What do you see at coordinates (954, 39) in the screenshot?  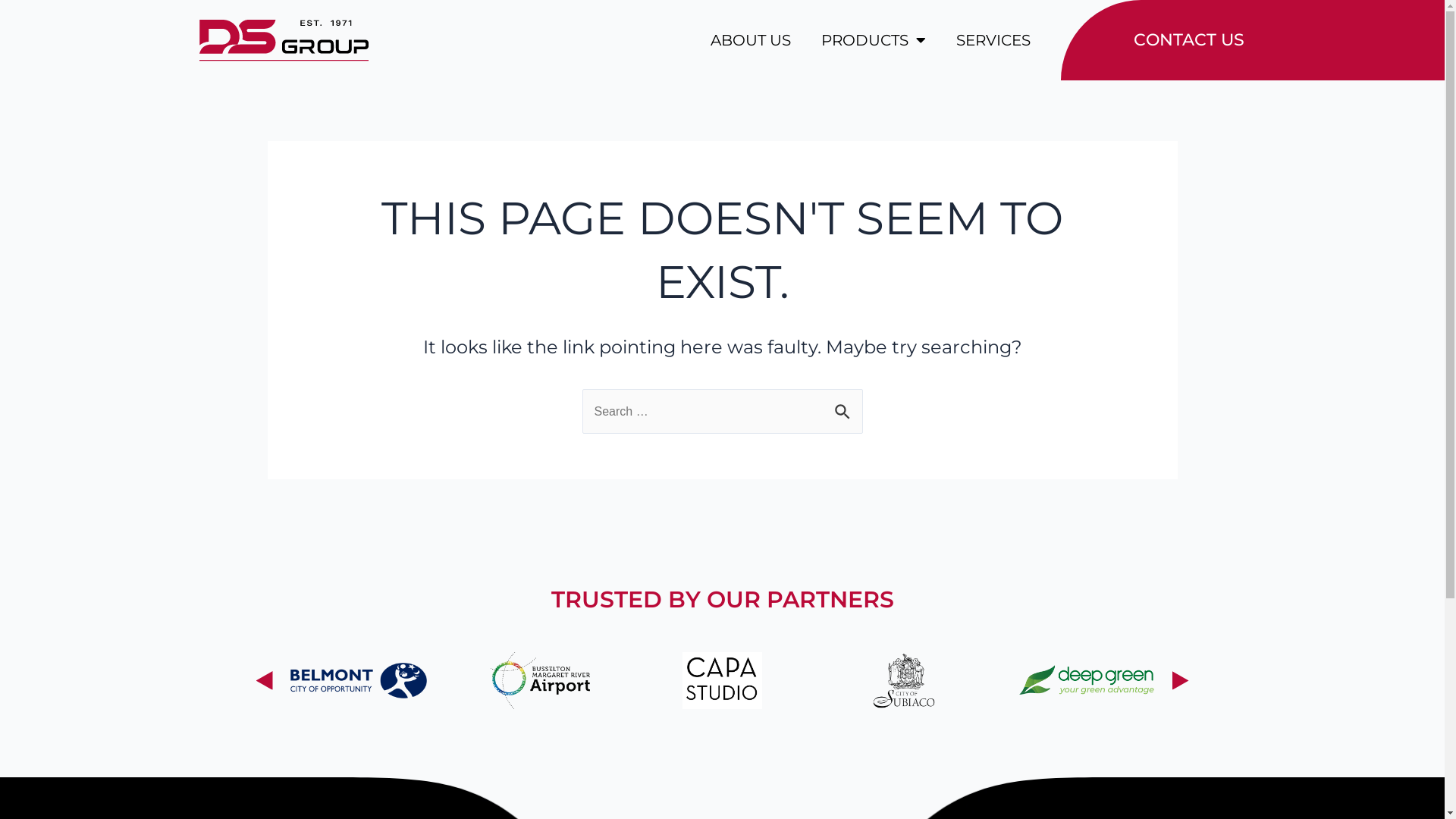 I see `'SERVICES'` at bounding box center [954, 39].